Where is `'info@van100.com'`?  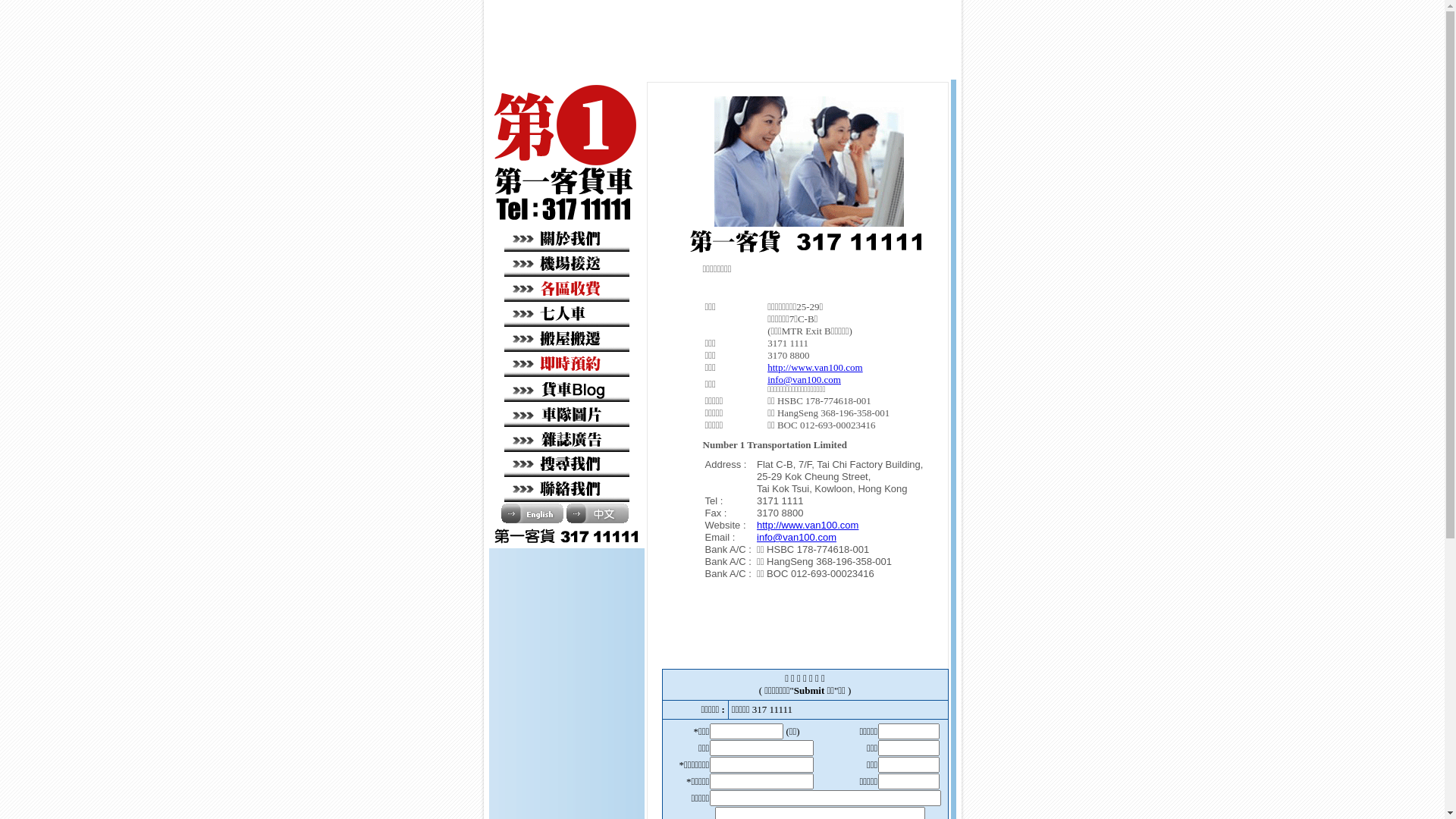
'info@van100.com' is located at coordinates (795, 536).